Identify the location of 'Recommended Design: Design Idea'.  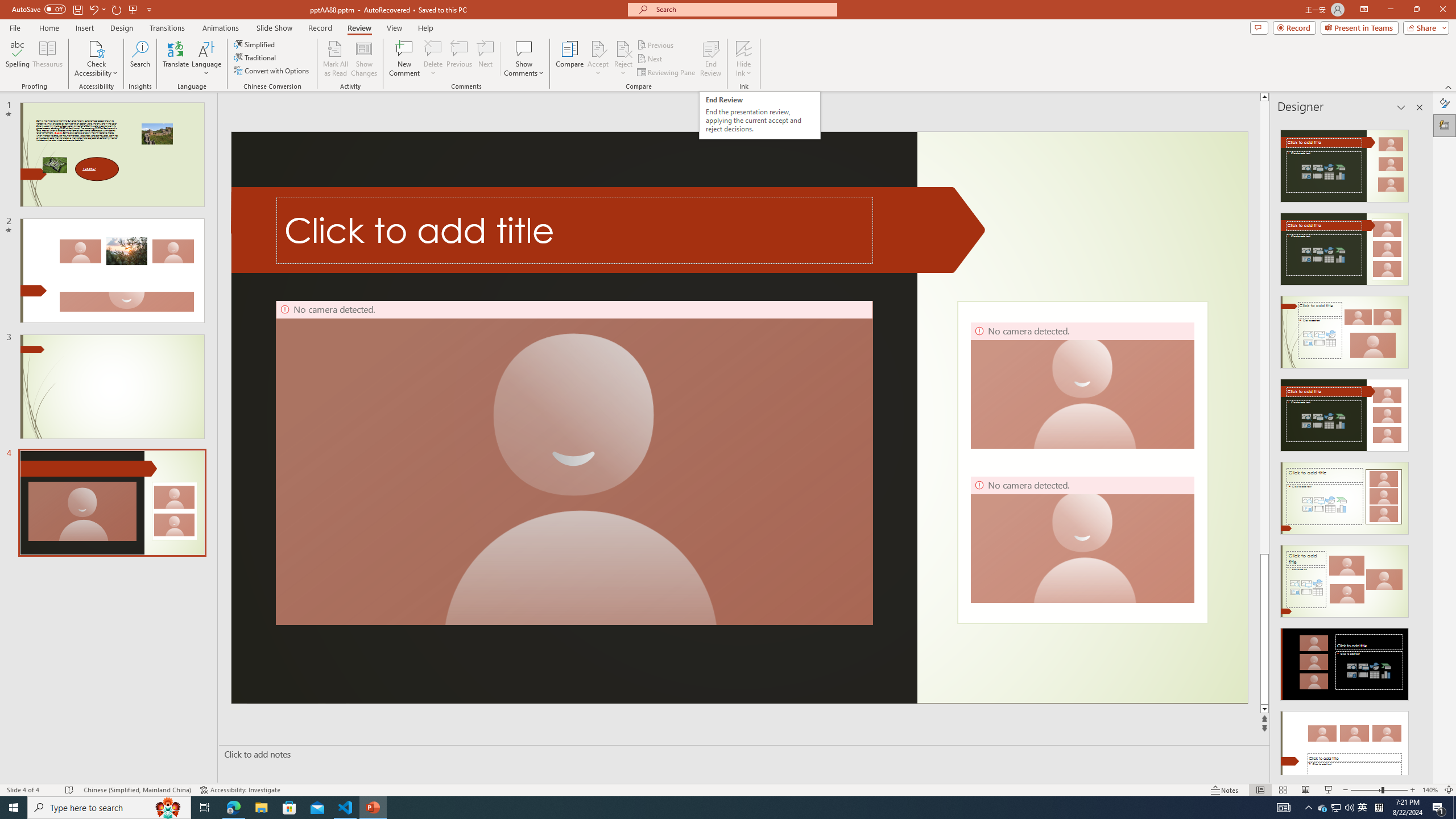
(1345, 162).